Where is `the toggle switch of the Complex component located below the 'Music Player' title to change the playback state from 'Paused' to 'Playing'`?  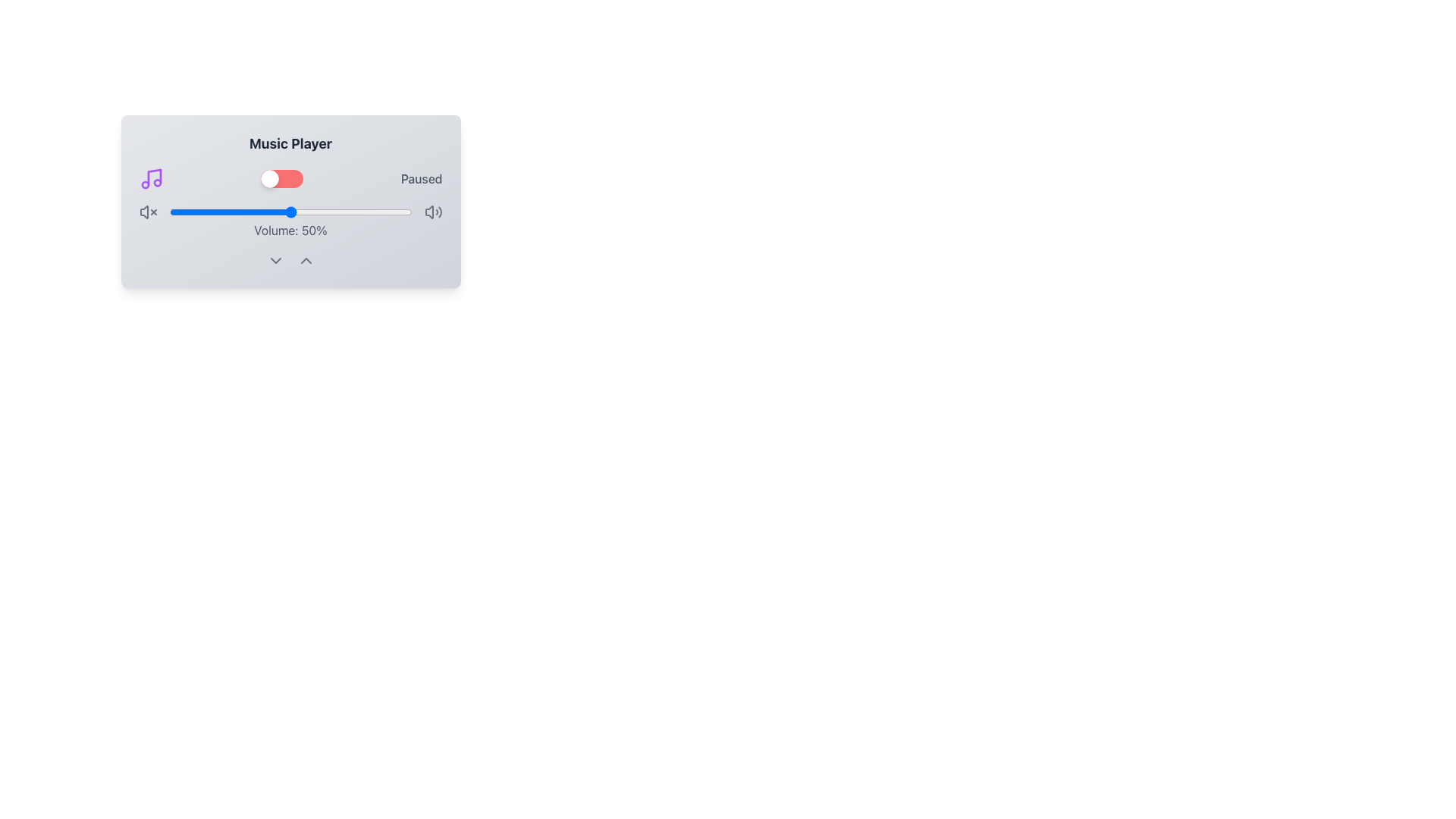 the toggle switch of the Complex component located below the 'Music Player' title to change the playback state from 'Paused' to 'Playing' is located at coordinates (290, 177).